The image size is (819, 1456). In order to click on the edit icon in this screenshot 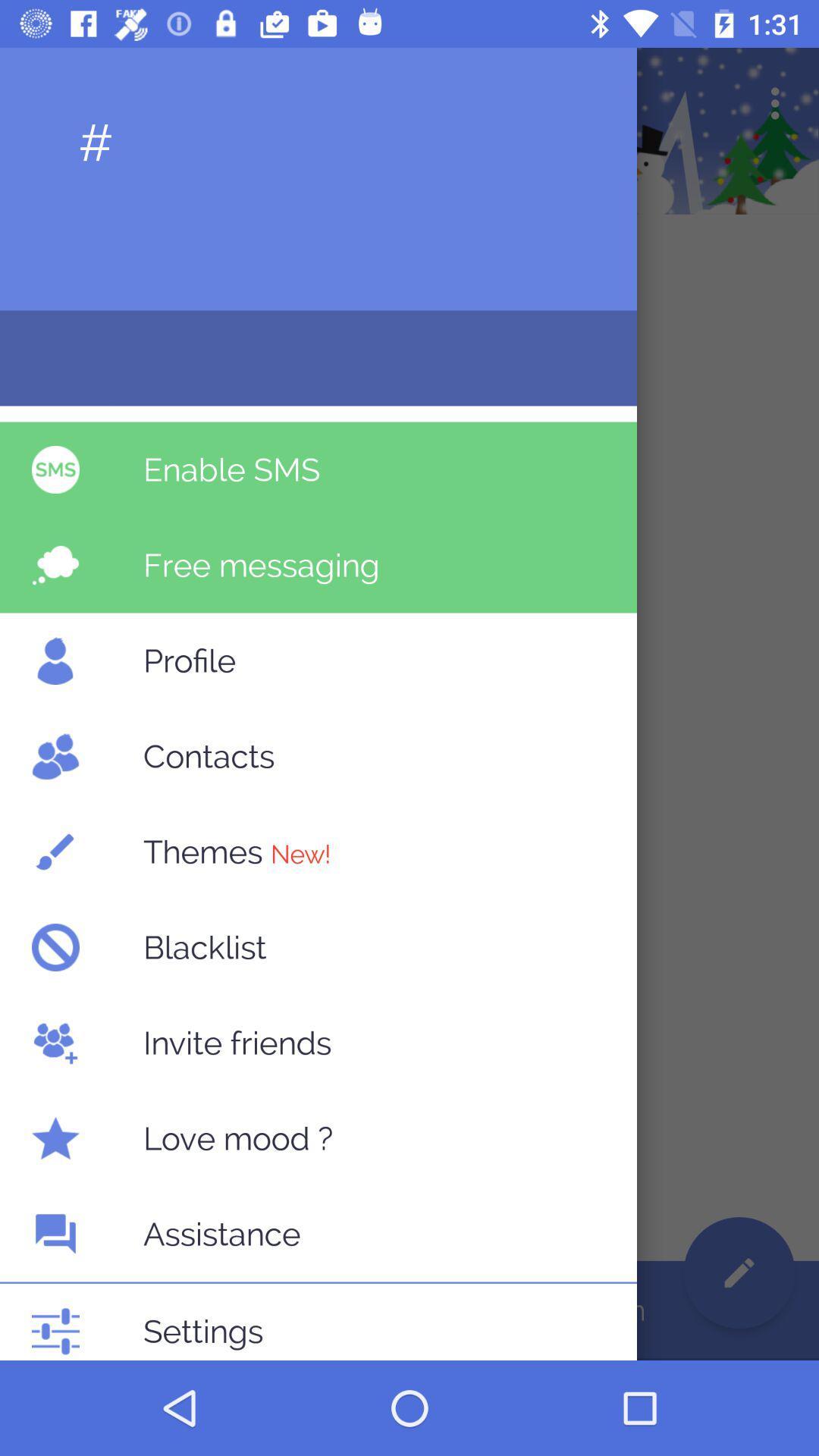, I will do `click(739, 1272)`.